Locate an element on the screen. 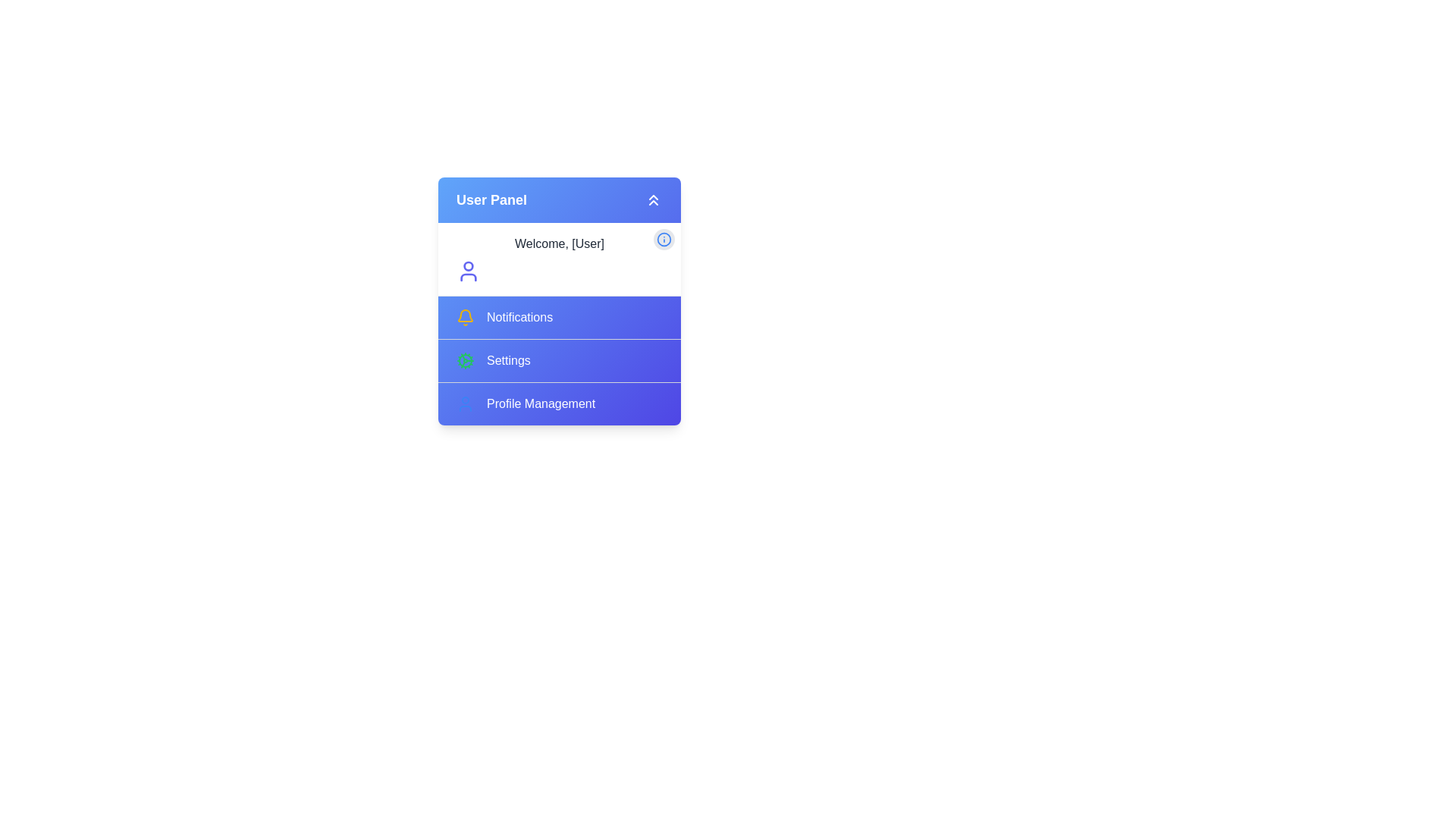 The height and width of the screenshot is (819, 1456). the information icon in the EnhancedUserMenu component is located at coordinates (664, 239).